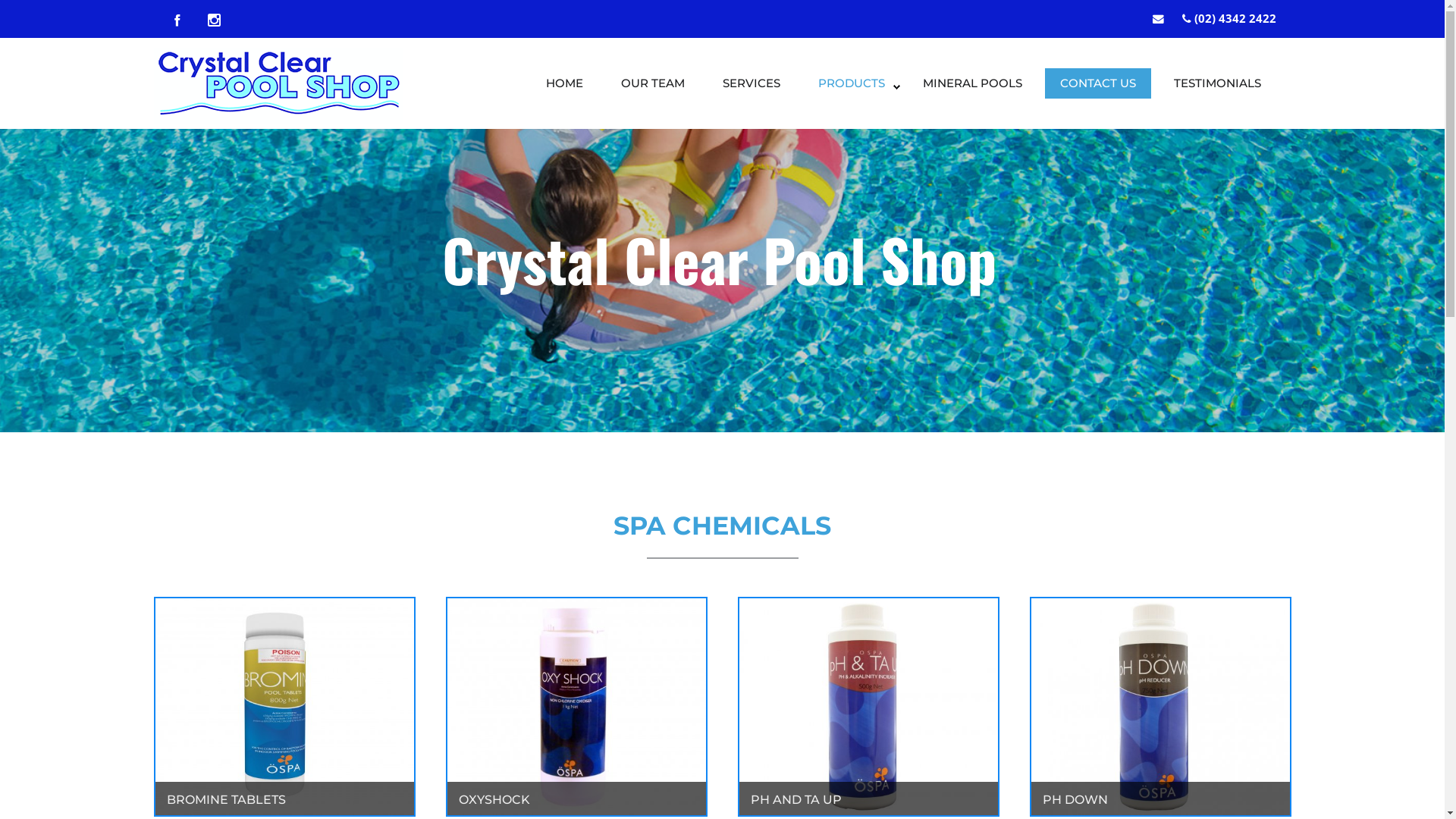 The height and width of the screenshot is (819, 1456). What do you see at coordinates (1217, 83) in the screenshot?
I see `'TESTIMONIALS'` at bounding box center [1217, 83].